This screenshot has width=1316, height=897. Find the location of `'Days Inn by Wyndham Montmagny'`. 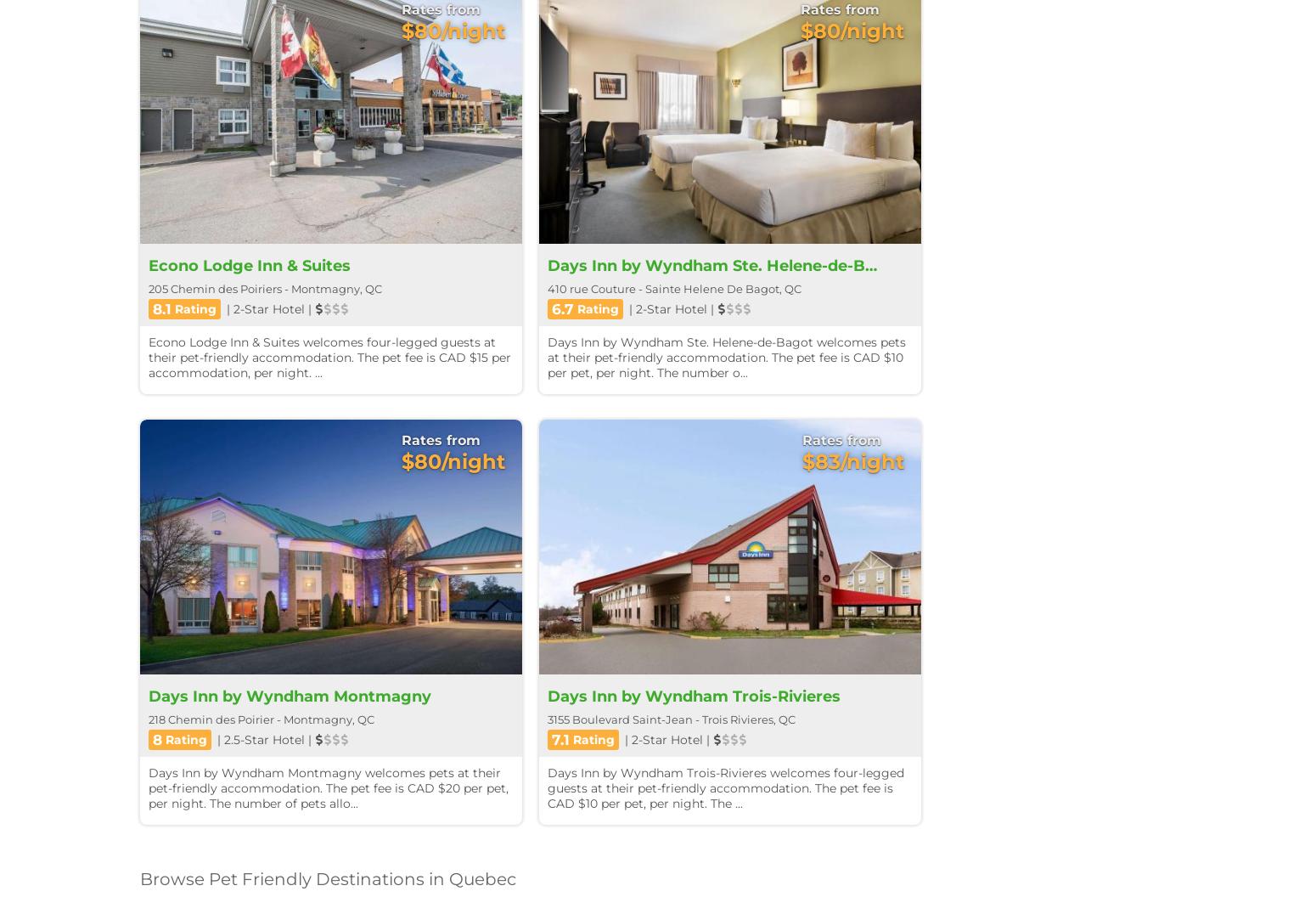

'Days Inn by Wyndham Montmagny' is located at coordinates (289, 696).